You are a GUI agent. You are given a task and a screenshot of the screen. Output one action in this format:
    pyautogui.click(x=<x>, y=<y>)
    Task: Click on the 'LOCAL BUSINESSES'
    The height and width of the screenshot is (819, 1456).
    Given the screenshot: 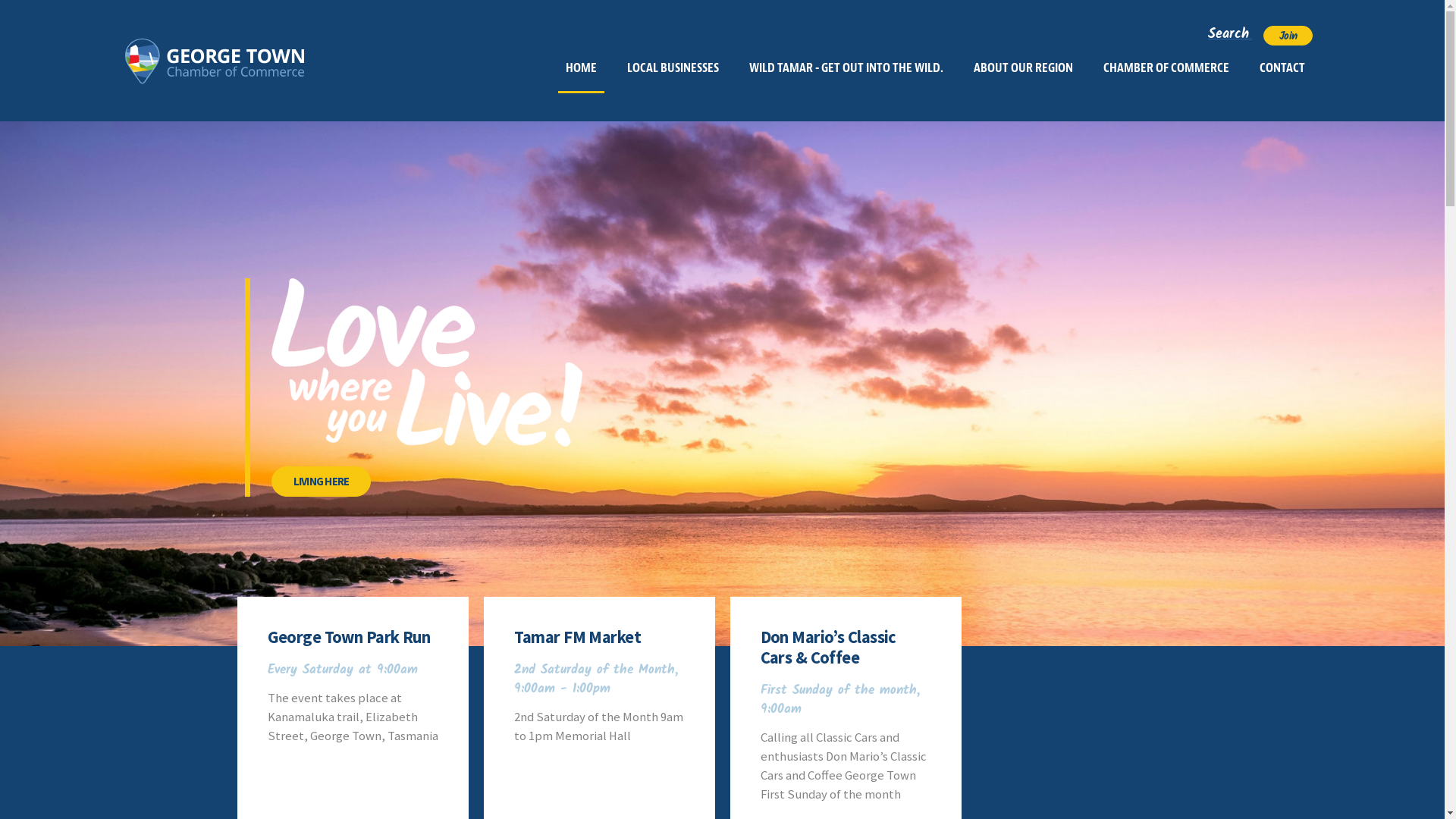 What is the action you would take?
    pyautogui.click(x=672, y=67)
    